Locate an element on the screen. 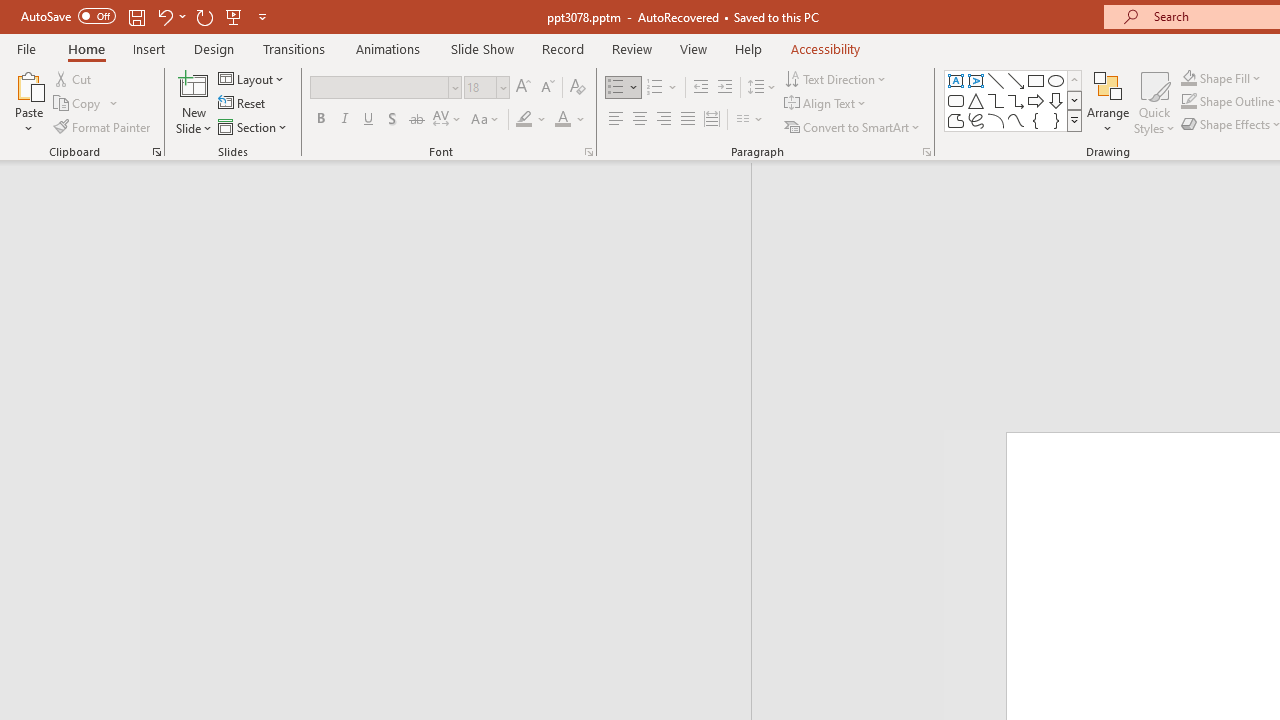 This screenshot has height=720, width=1280. 'Distributed' is located at coordinates (712, 119).